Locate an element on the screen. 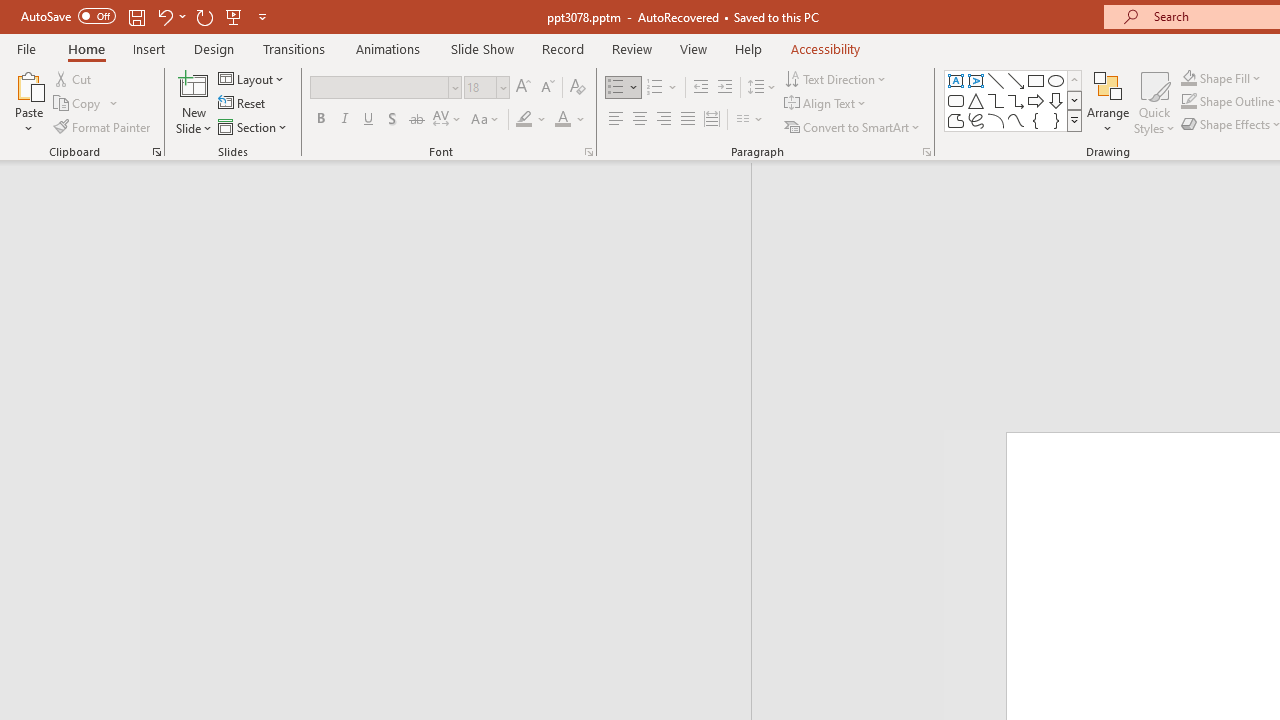 This screenshot has height=720, width=1280. 'Distributed' is located at coordinates (712, 119).